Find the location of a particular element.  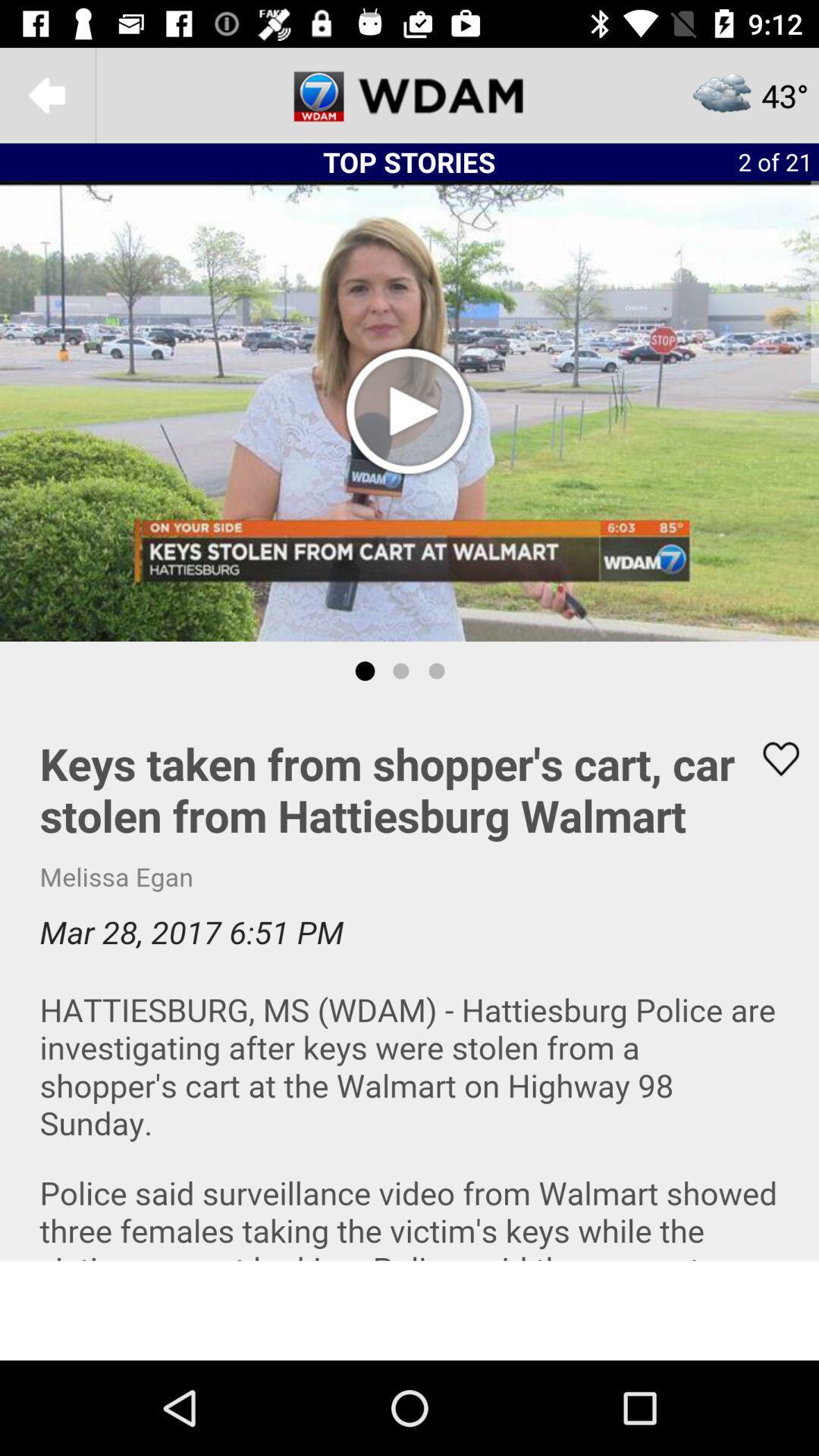

click the wdam logo is located at coordinates (409, 94).